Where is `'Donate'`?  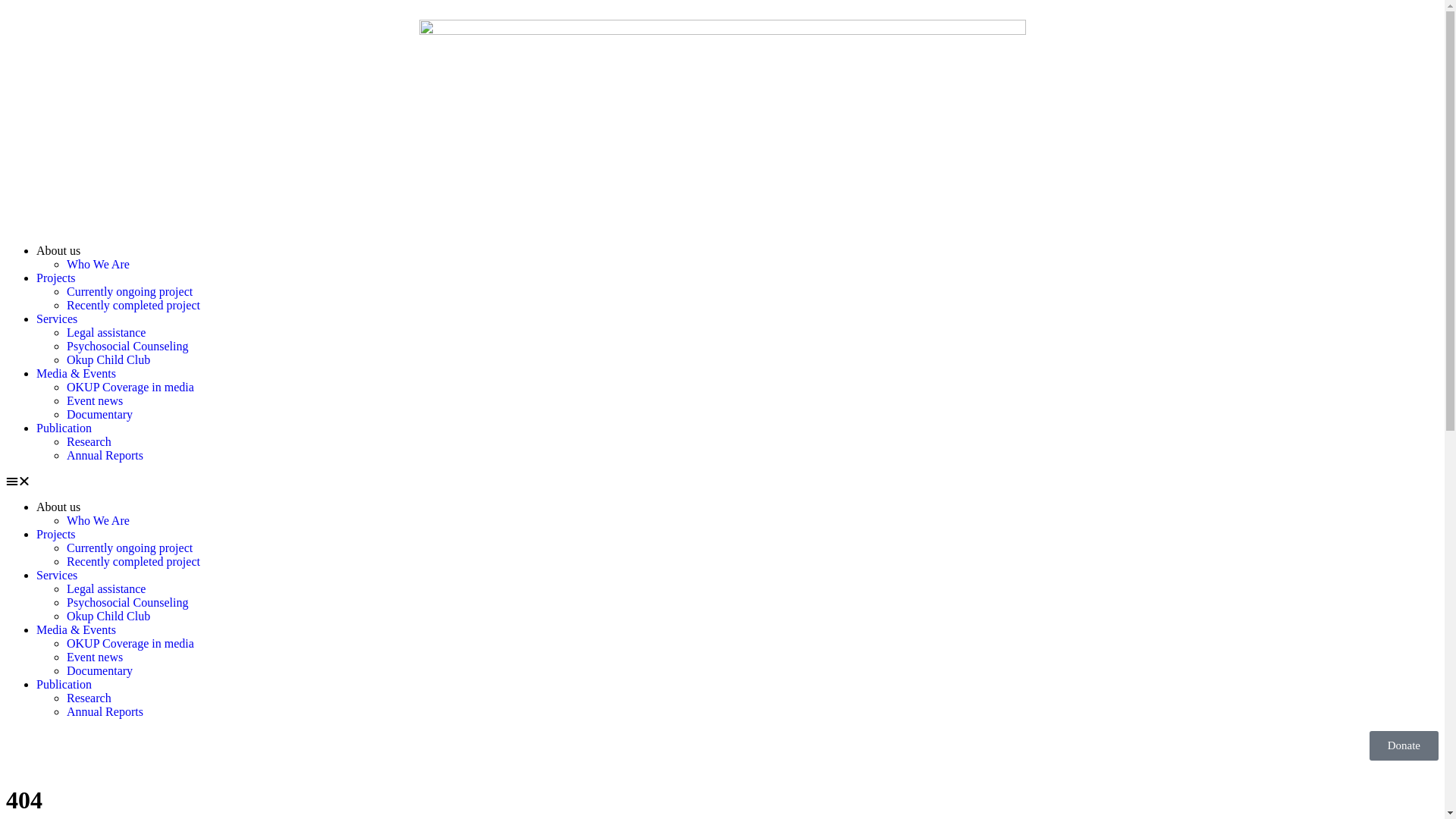
'Donate' is located at coordinates (1403, 745).